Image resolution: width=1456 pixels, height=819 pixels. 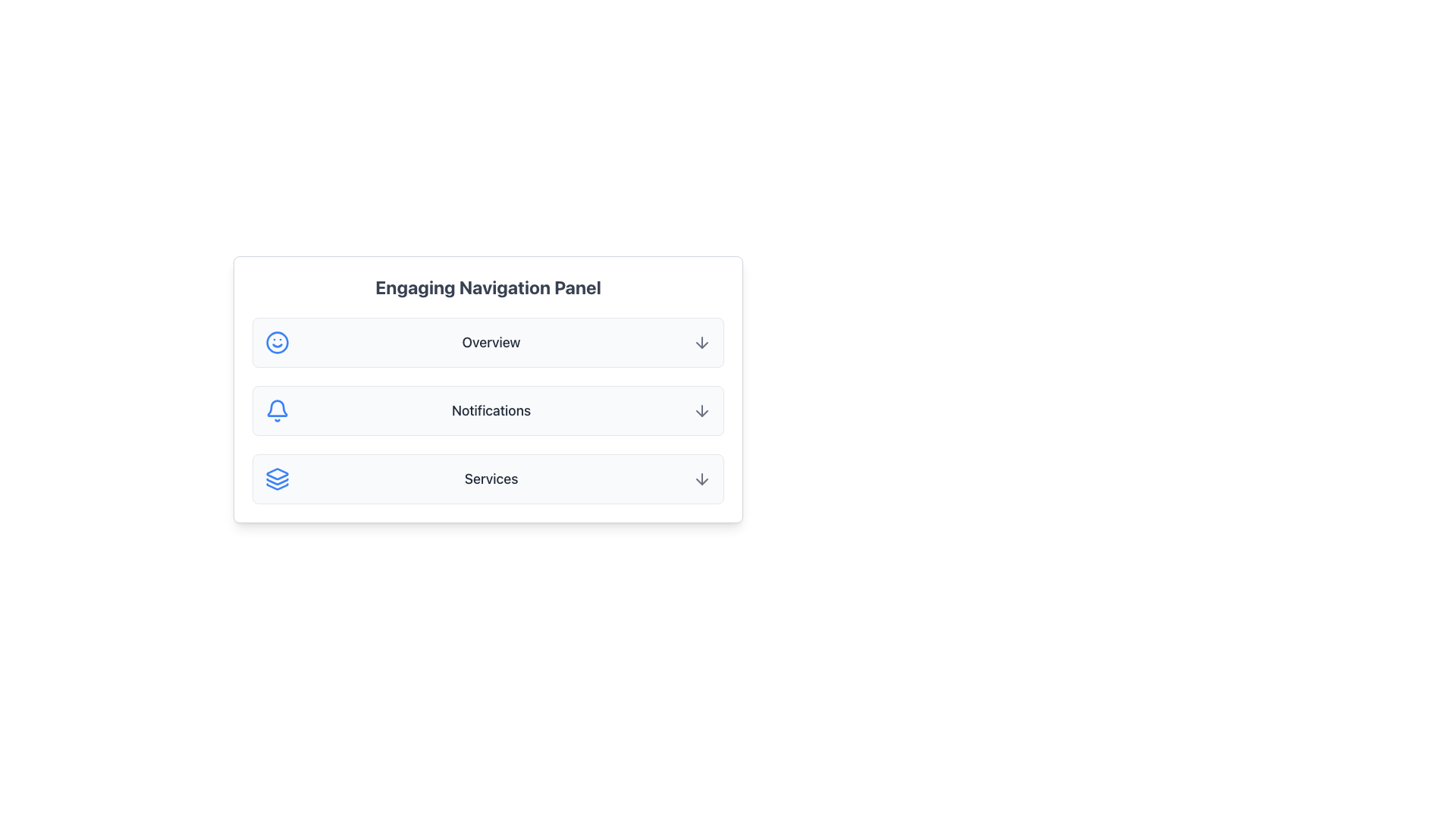 What do you see at coordinates (701, 479) in the screenshot?
I see `the downward arrow icon located at the far right of the 'Services' section in the navigation panel` at bounding box center [701, 479].